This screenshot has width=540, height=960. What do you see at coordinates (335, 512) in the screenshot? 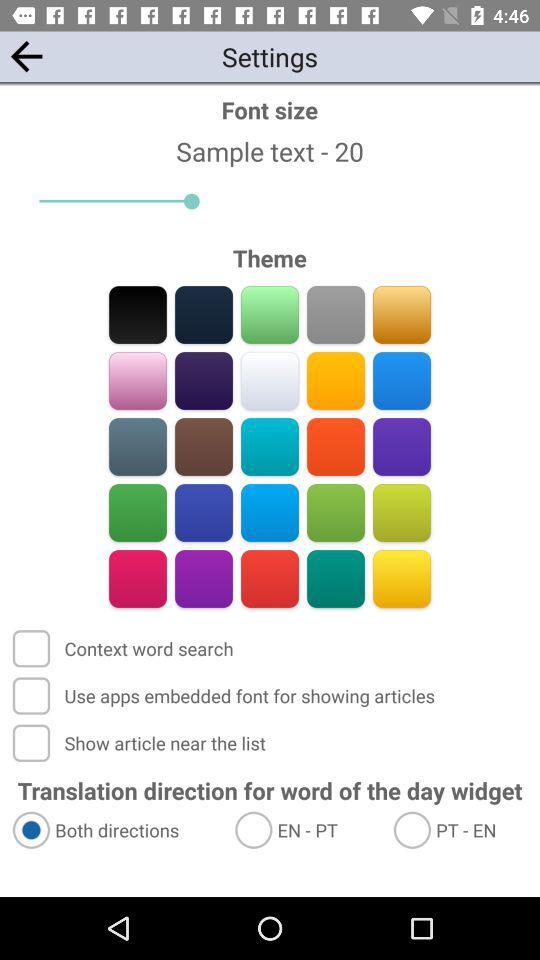
I see `color selection` at bounding box center [335, 512].